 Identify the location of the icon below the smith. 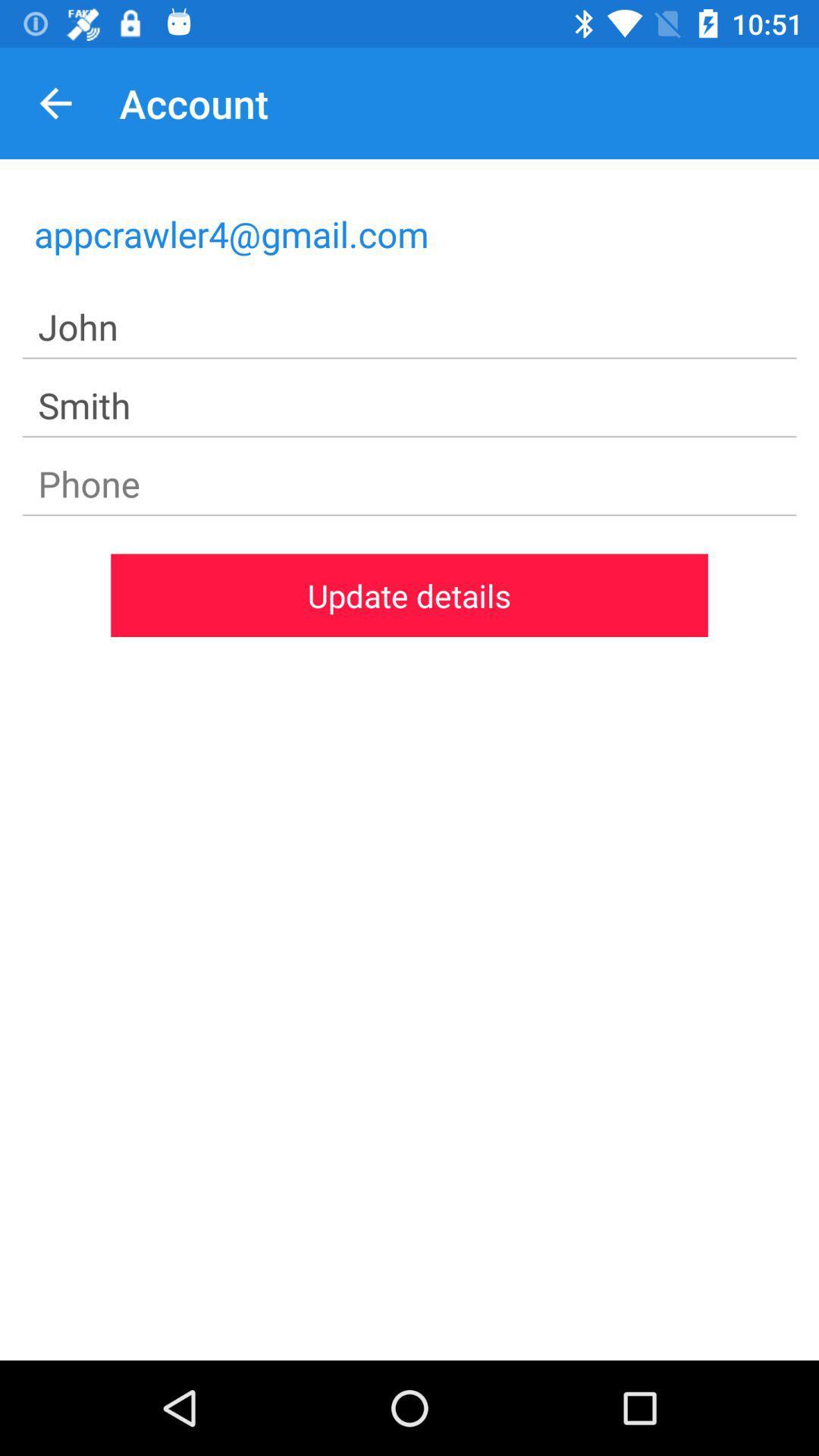
(409, 483).